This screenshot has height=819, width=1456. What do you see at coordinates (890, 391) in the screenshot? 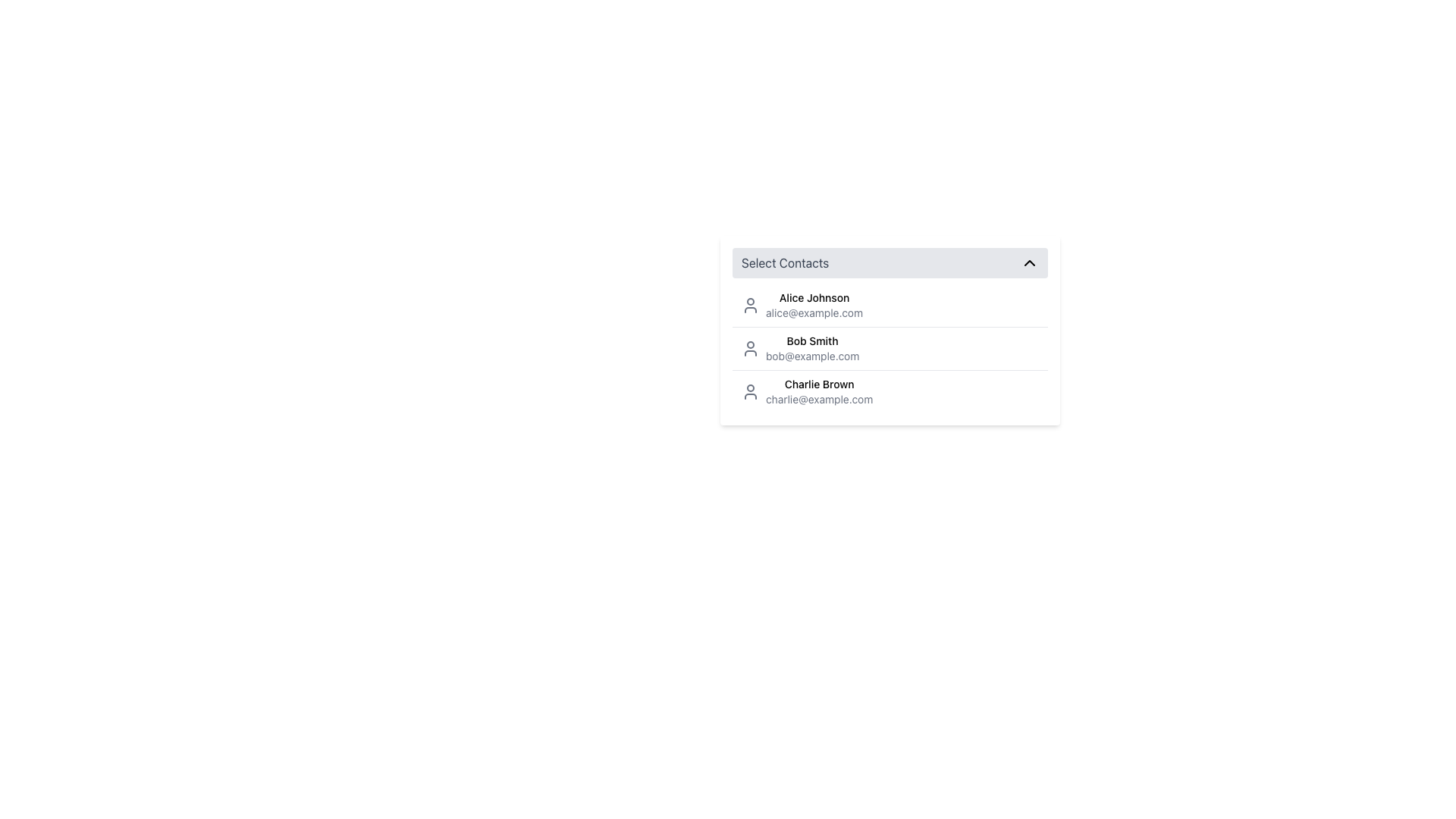
I see `the third contact entry in the list, which represents a contact with a name and email address` at bounding box center [890, 391].